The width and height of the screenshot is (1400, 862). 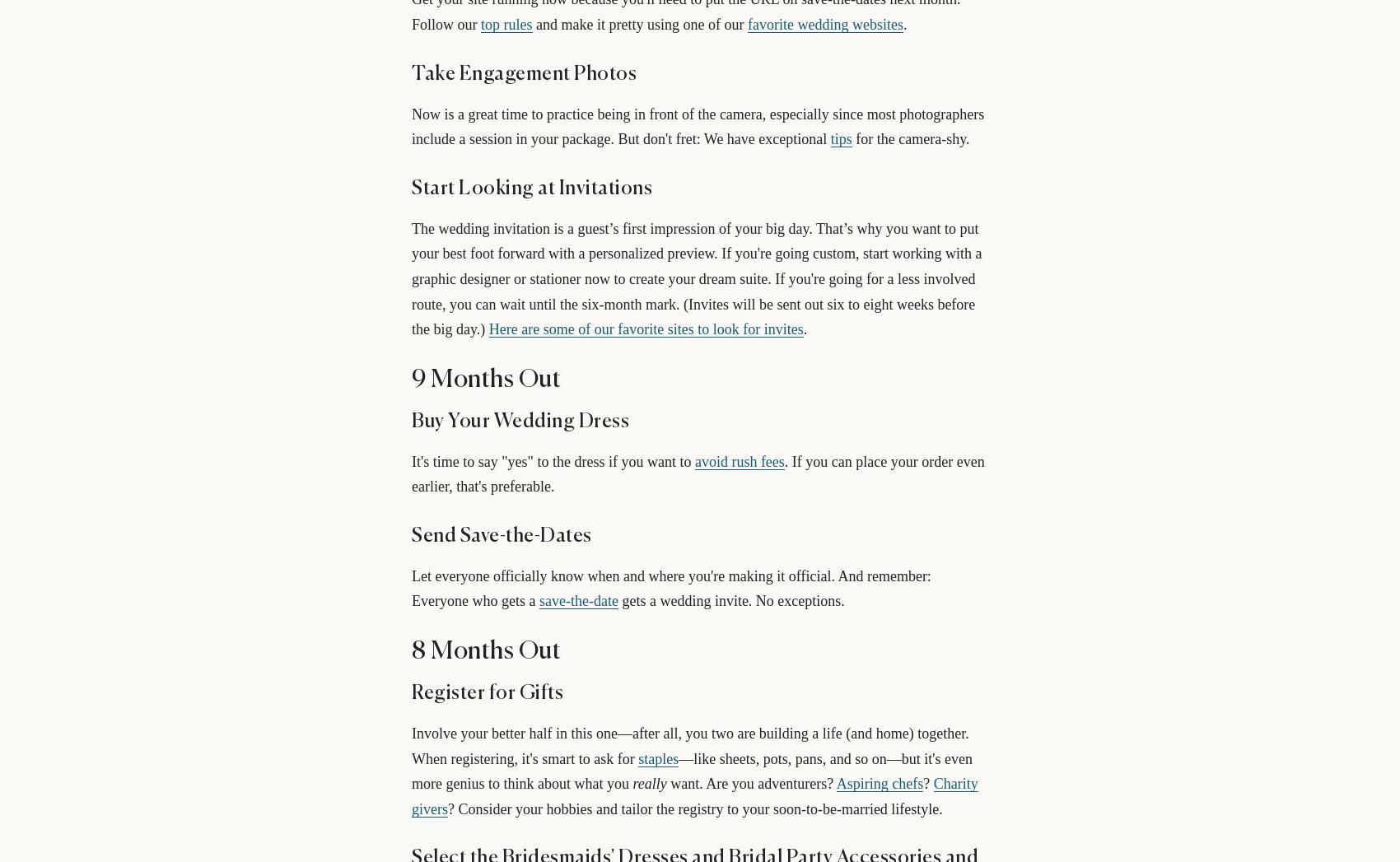 What do you see at coordinates (690, 771) in the screenshot?
I see `'—like sheets, pots, pans, and so on—but it's even more genius to think about what you'` at bounding box center [690, 771].